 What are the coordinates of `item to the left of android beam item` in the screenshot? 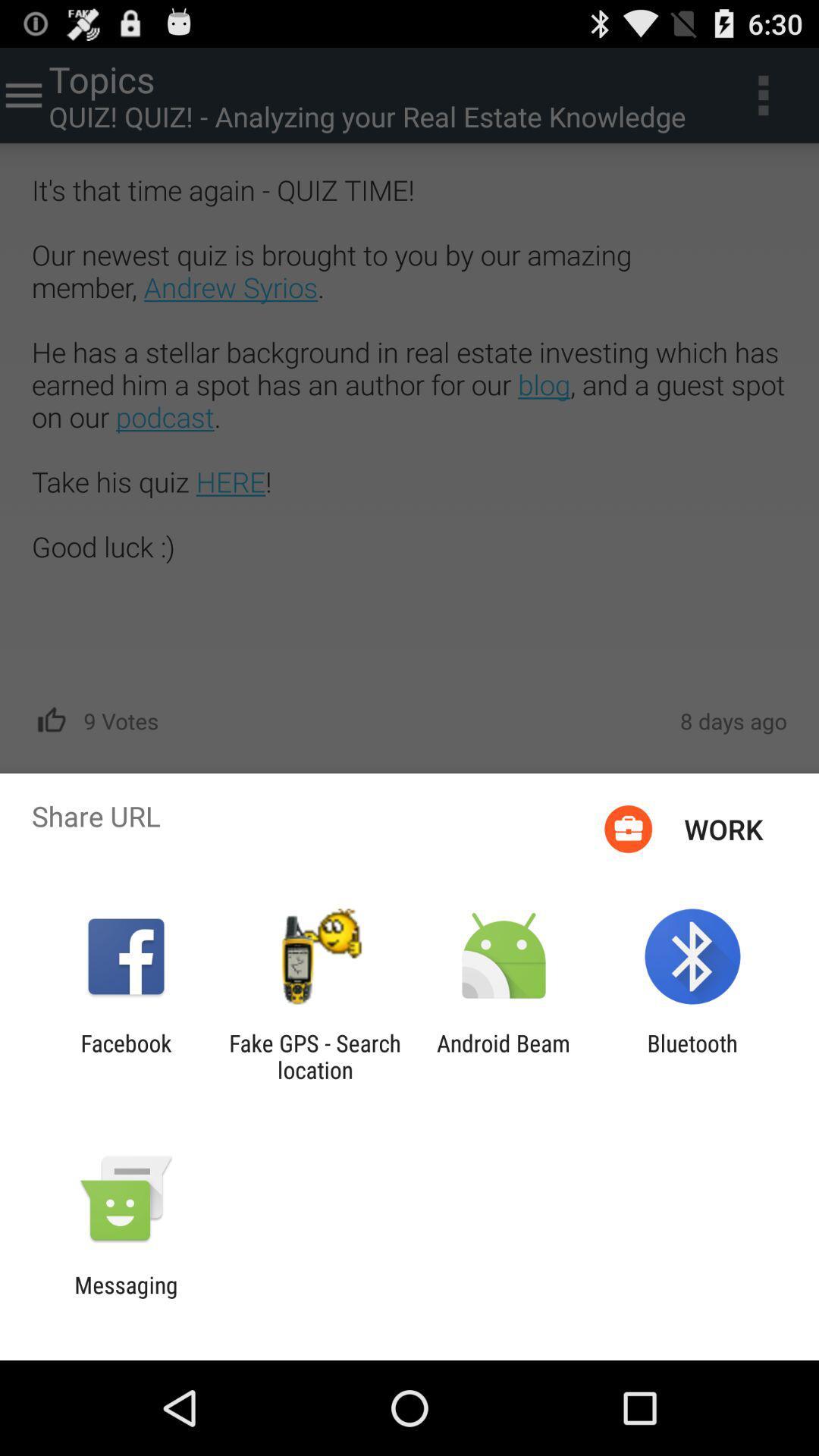 It's located at (314, 1056).